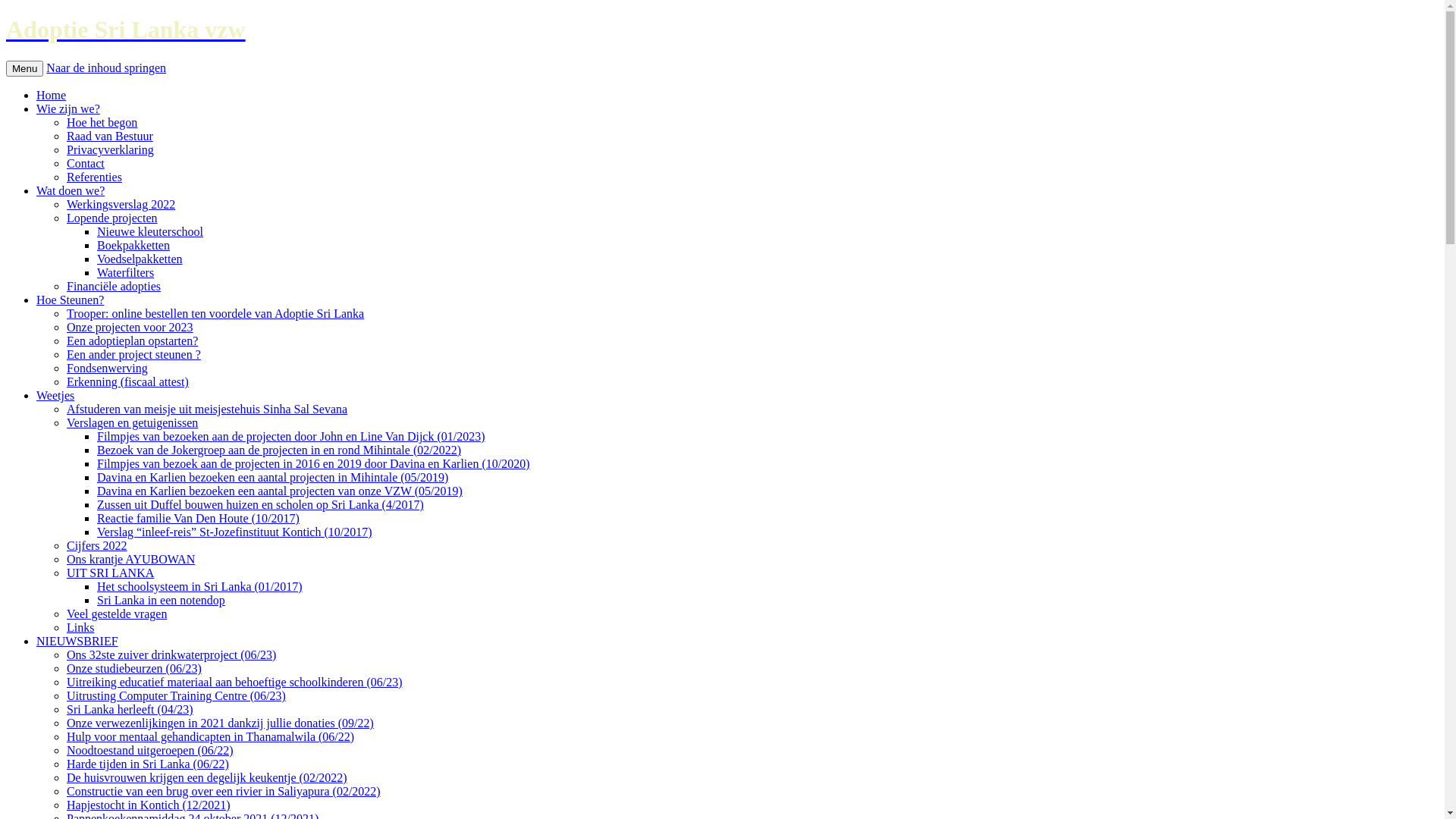  I want to click on 'Naar de inhoud springen', so click(105, 67).